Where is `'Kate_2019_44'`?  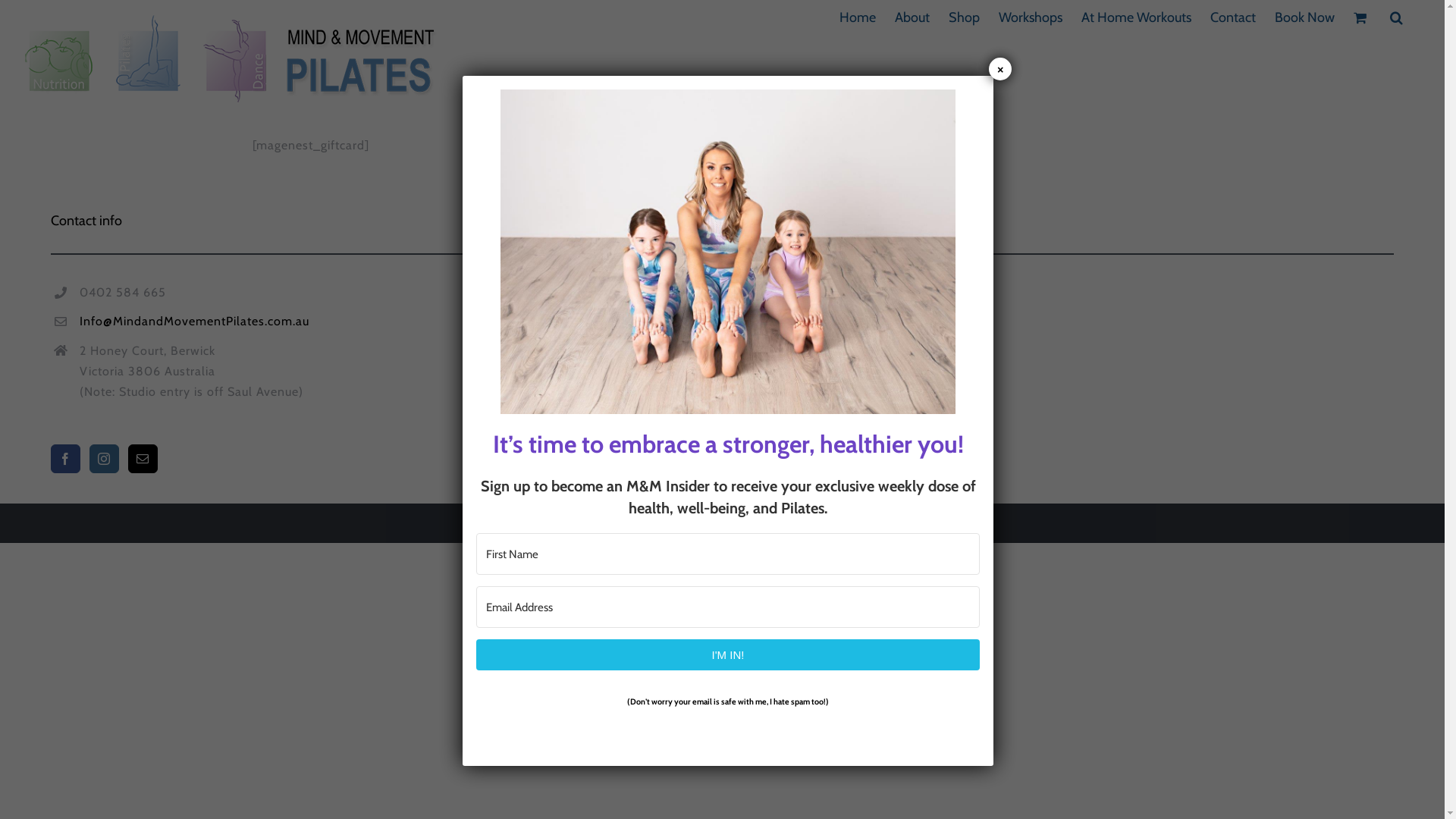
'Kate_2019_44' is located at coordinates (728, 250).